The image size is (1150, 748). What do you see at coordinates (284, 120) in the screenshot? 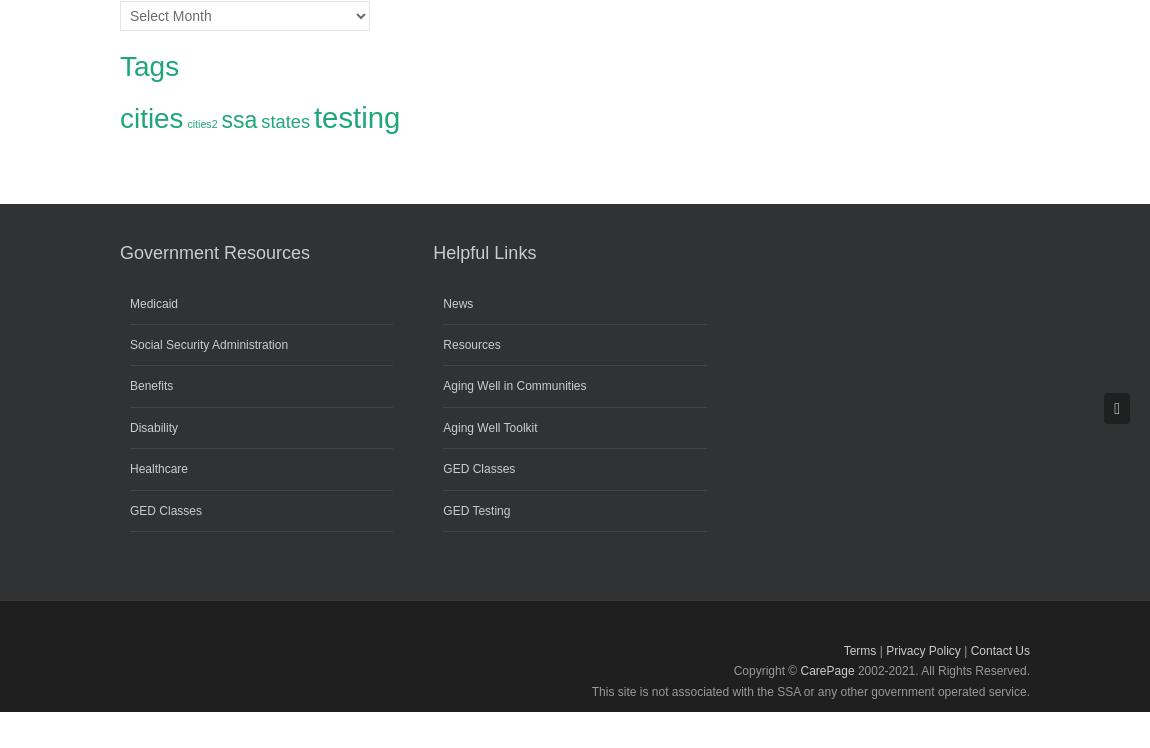
I see `'states'` at bounding box center [284, 120].